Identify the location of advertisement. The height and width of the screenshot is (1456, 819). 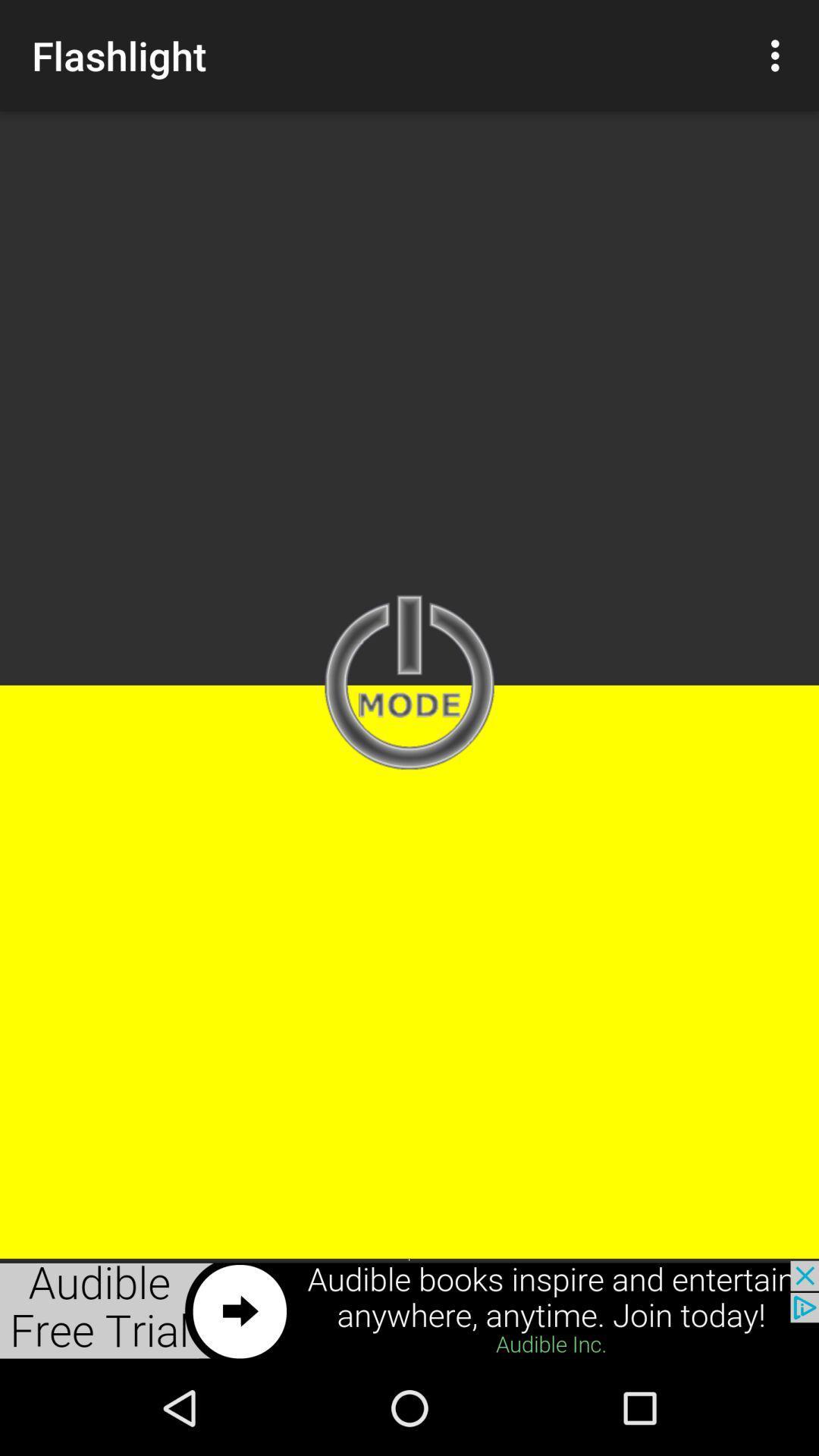
(409, 1310).